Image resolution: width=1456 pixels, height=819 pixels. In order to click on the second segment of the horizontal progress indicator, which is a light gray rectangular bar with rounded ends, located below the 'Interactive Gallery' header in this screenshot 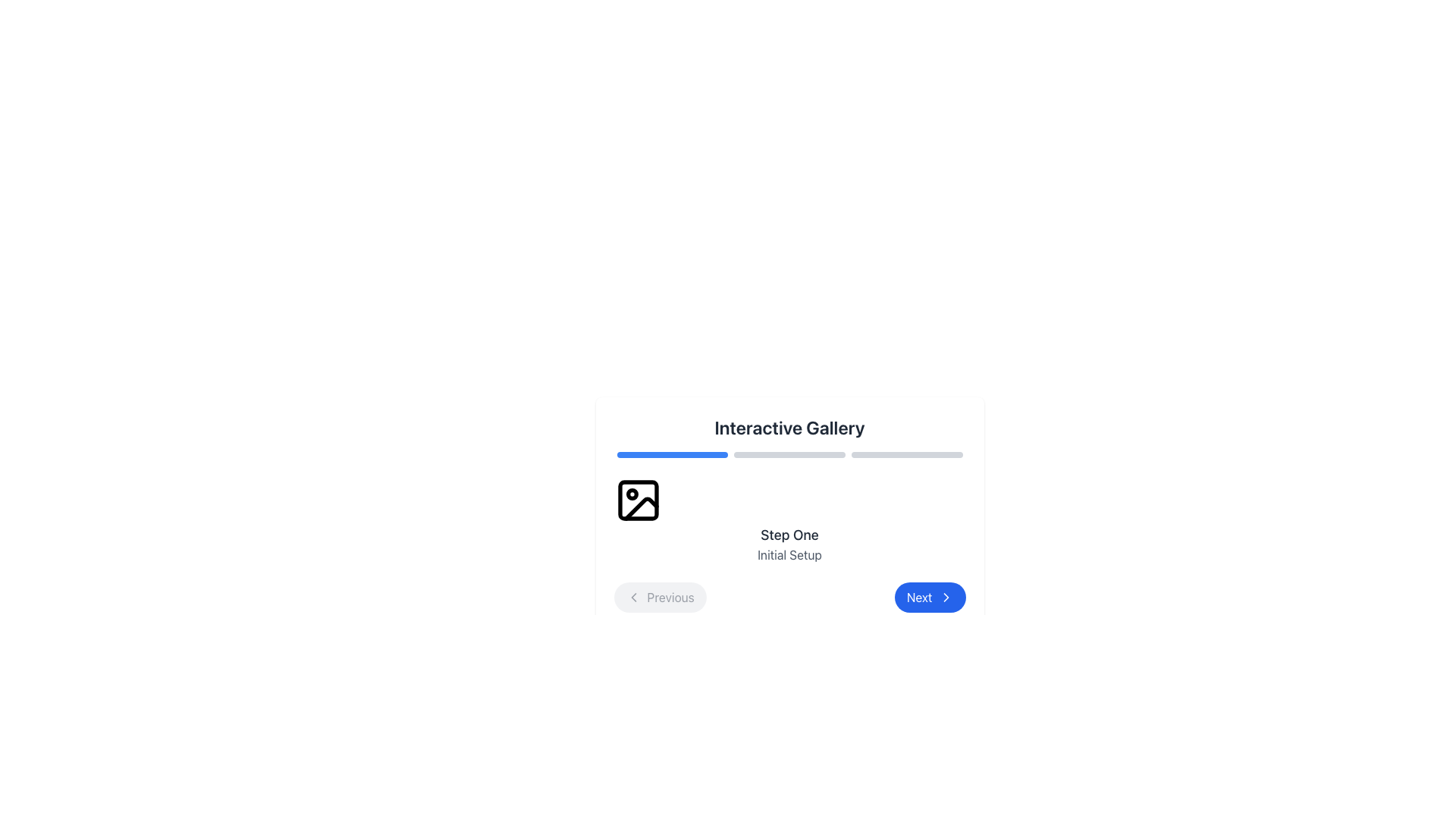, I will do `click(789, 454)`.